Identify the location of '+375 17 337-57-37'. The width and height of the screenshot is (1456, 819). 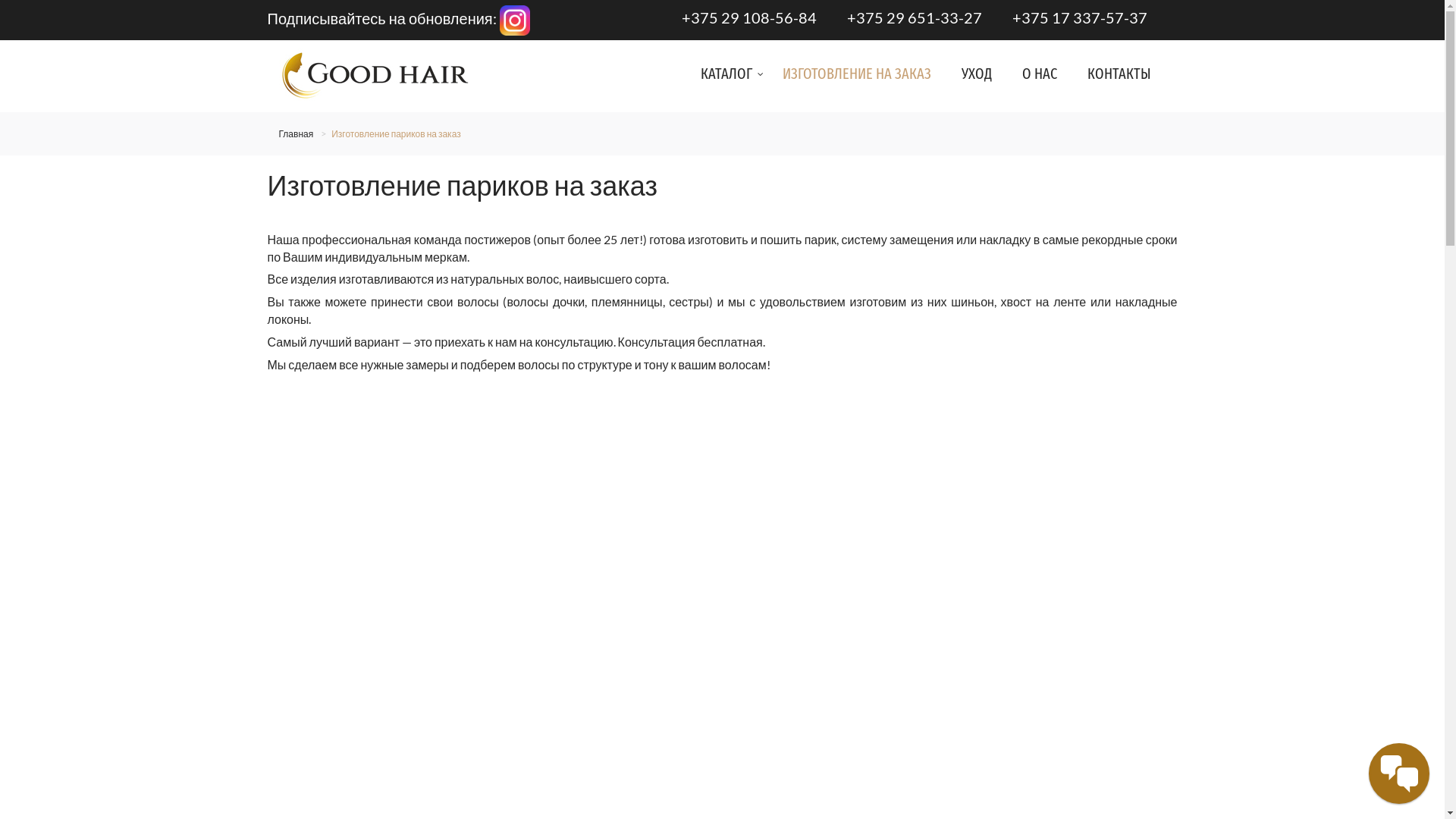
(1012, 17).